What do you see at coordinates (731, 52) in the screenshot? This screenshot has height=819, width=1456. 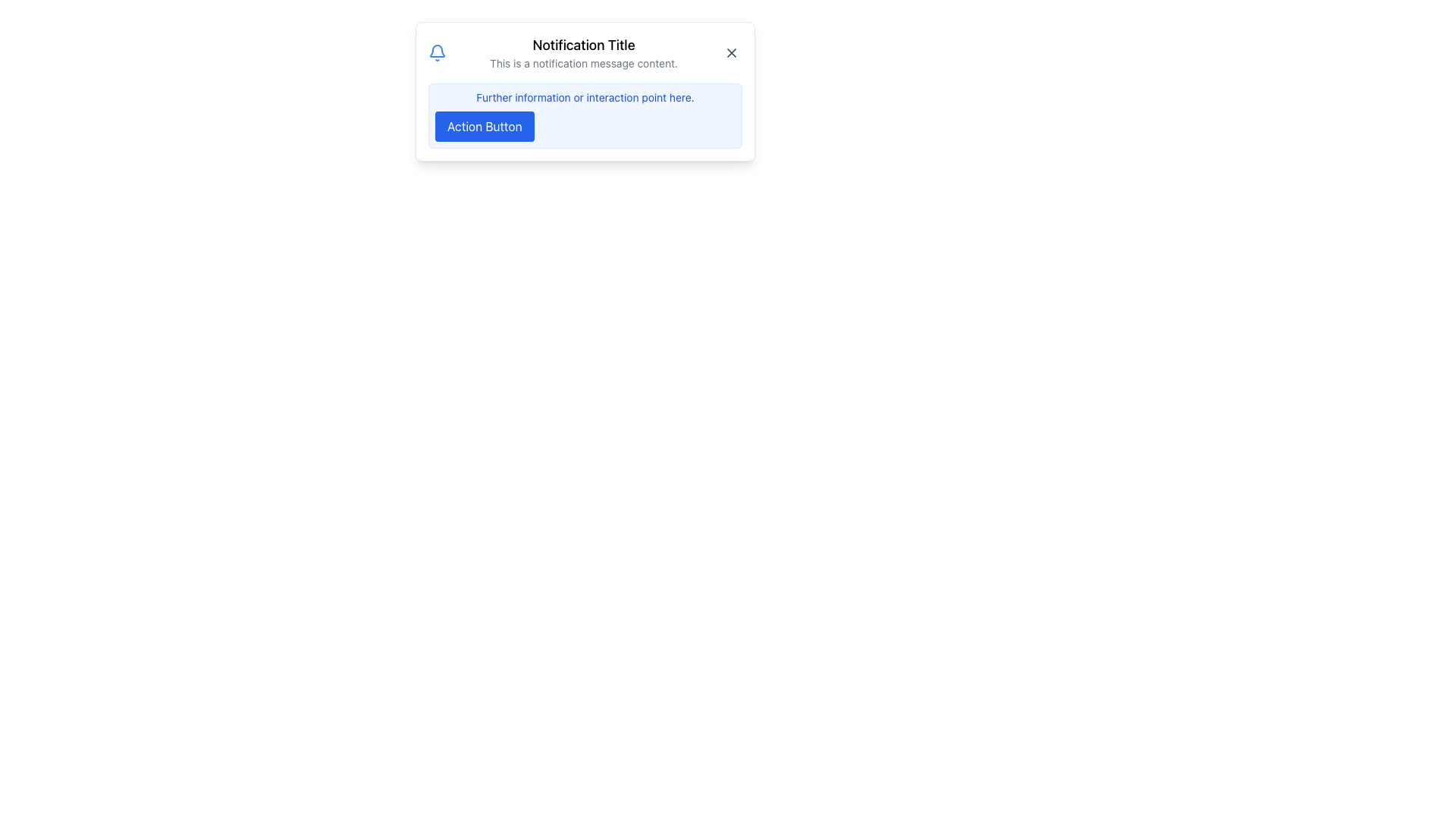 I see `the small circular button with an 'X' icon in the upper-right corner of the notification box` at bounding box center [731, 52].